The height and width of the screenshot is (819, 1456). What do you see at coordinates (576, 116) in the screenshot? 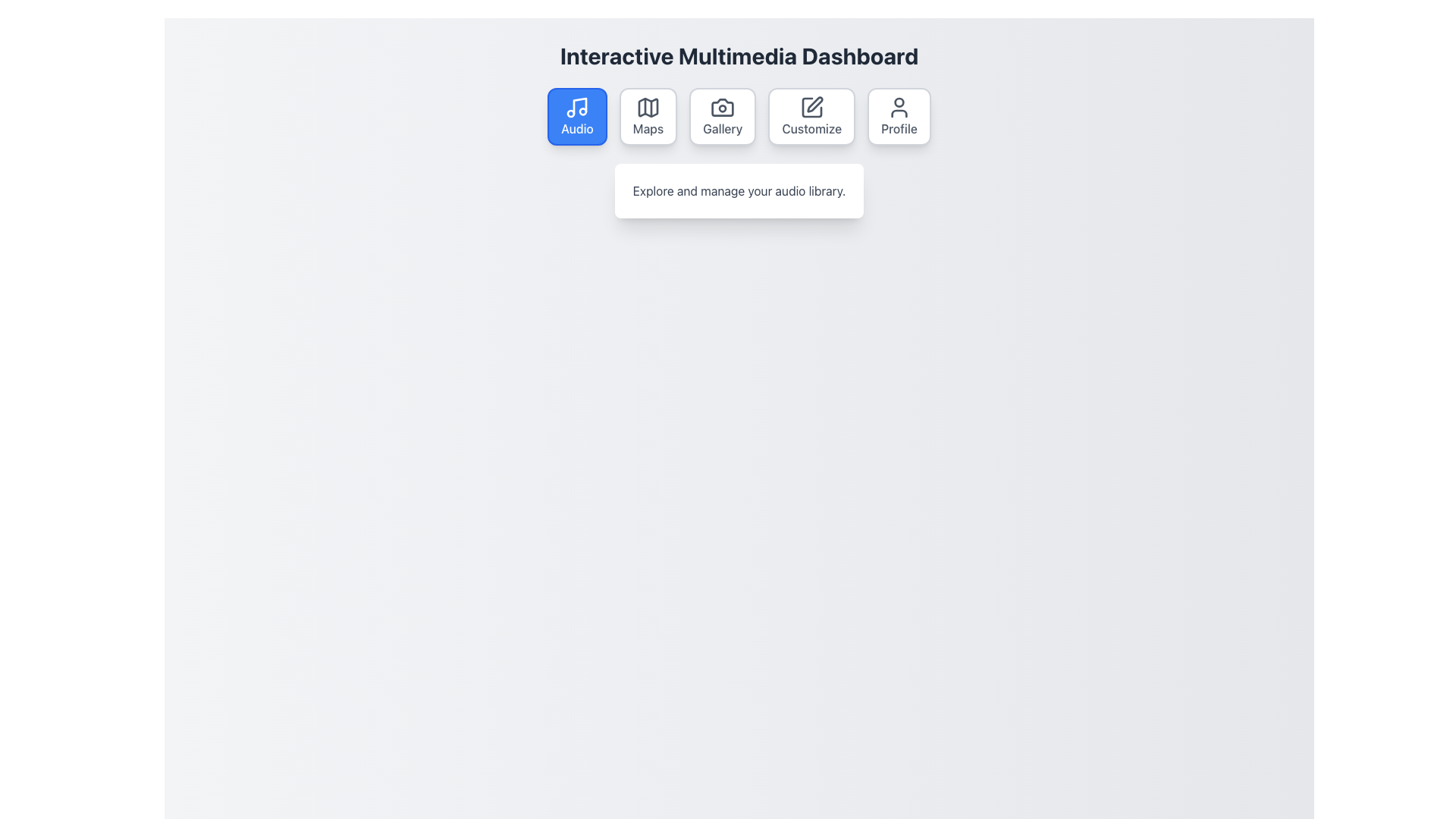
I see `the 'Audio' button, which is a rectangular button with rounded corners, a blue background, and white text` at bounding box center [576, 116].